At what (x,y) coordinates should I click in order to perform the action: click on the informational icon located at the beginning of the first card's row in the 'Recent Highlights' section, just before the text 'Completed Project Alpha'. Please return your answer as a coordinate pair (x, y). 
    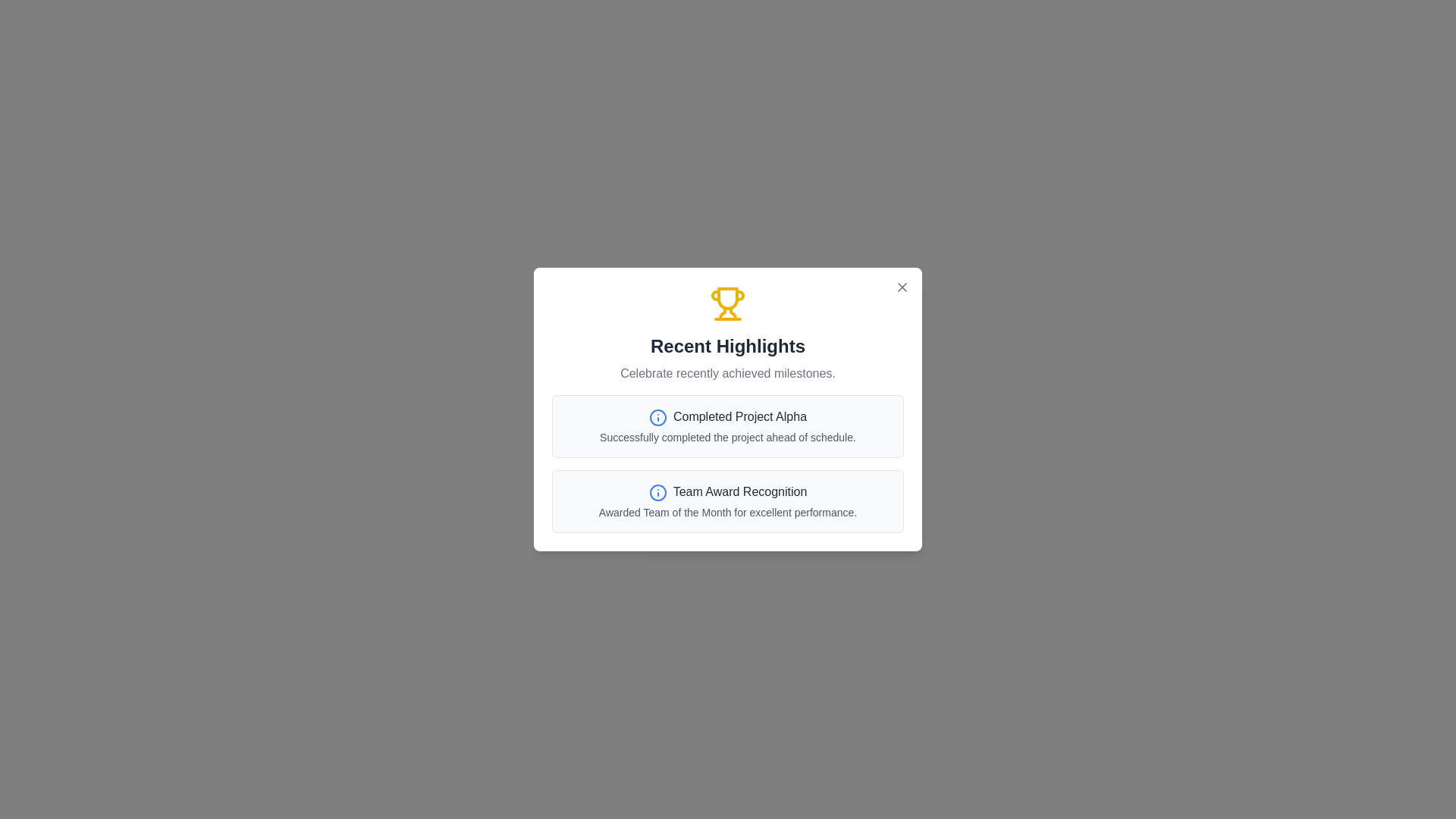
    Looking at the image, I should click on (658, 418).